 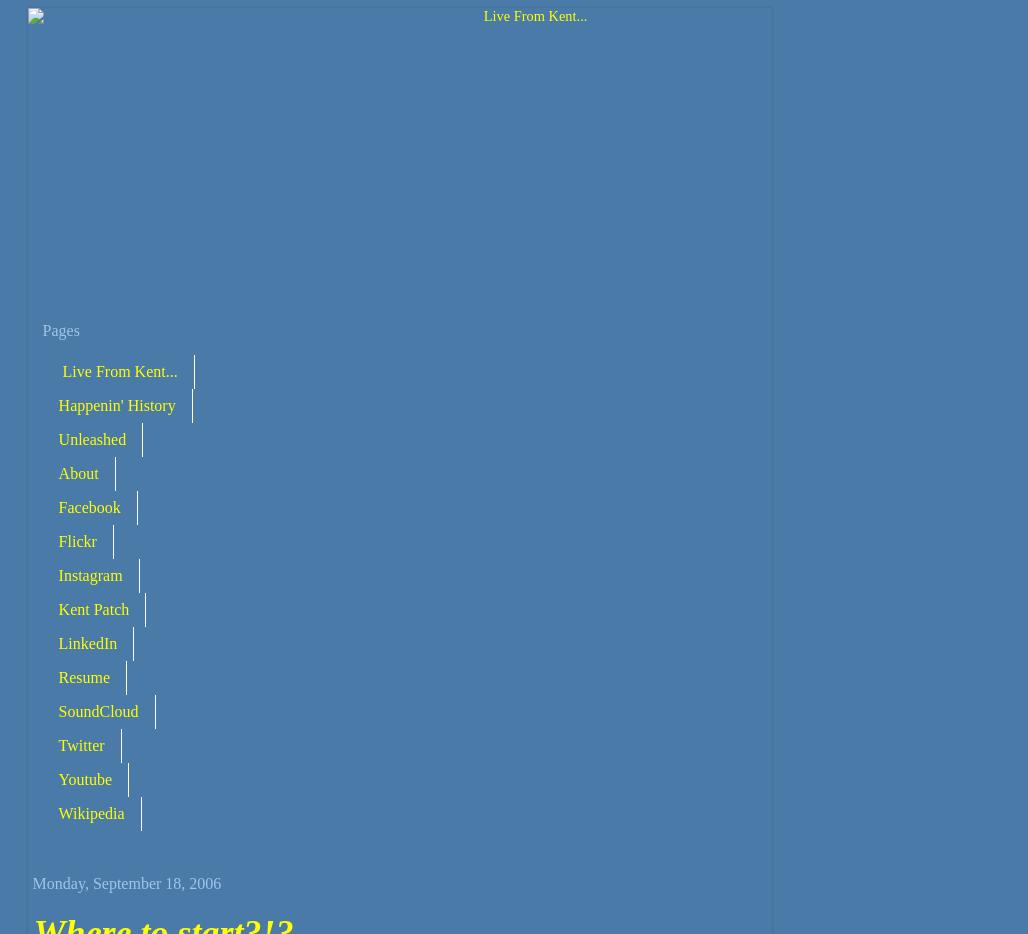 What do you see at coordinates (89, 812) in the screenshot?
I see `'Wikipedia'` at bounding box center [89, 812].